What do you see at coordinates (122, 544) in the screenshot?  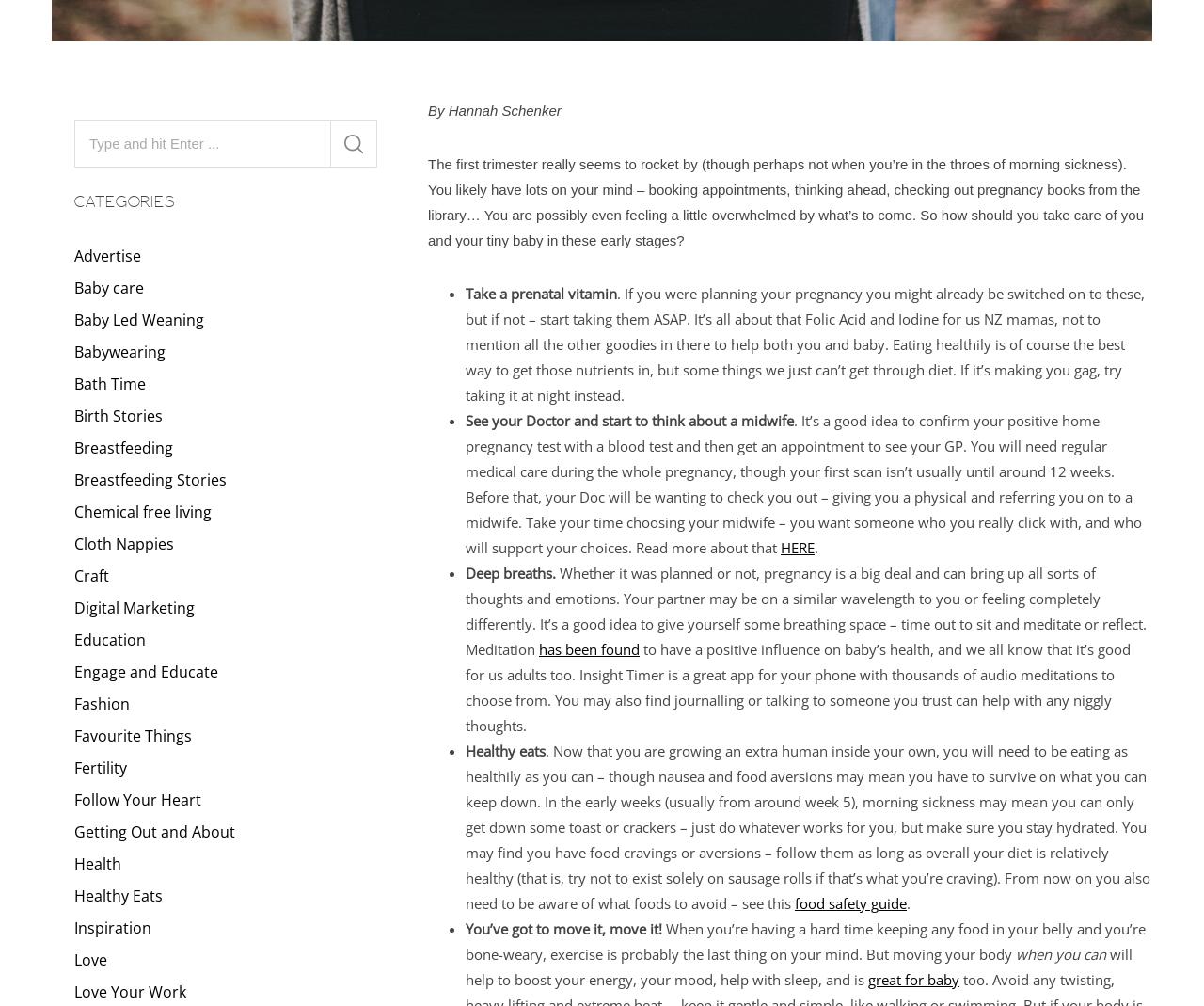 I see `'Cloth Nappies'` at bounding box center [122, 544].